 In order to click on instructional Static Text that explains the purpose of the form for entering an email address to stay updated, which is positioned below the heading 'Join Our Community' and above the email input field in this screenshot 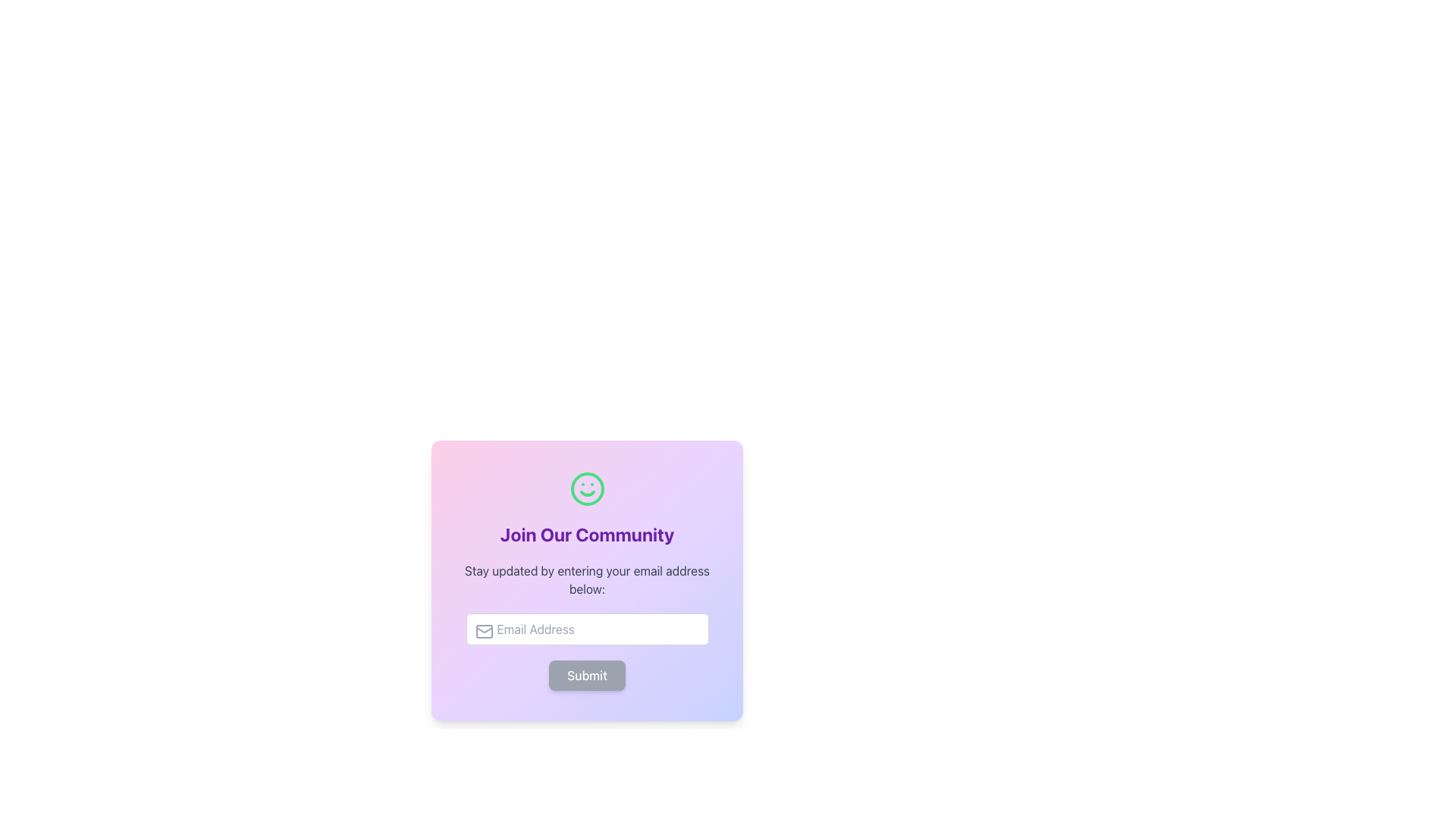, I will do `click(586, 579)`.